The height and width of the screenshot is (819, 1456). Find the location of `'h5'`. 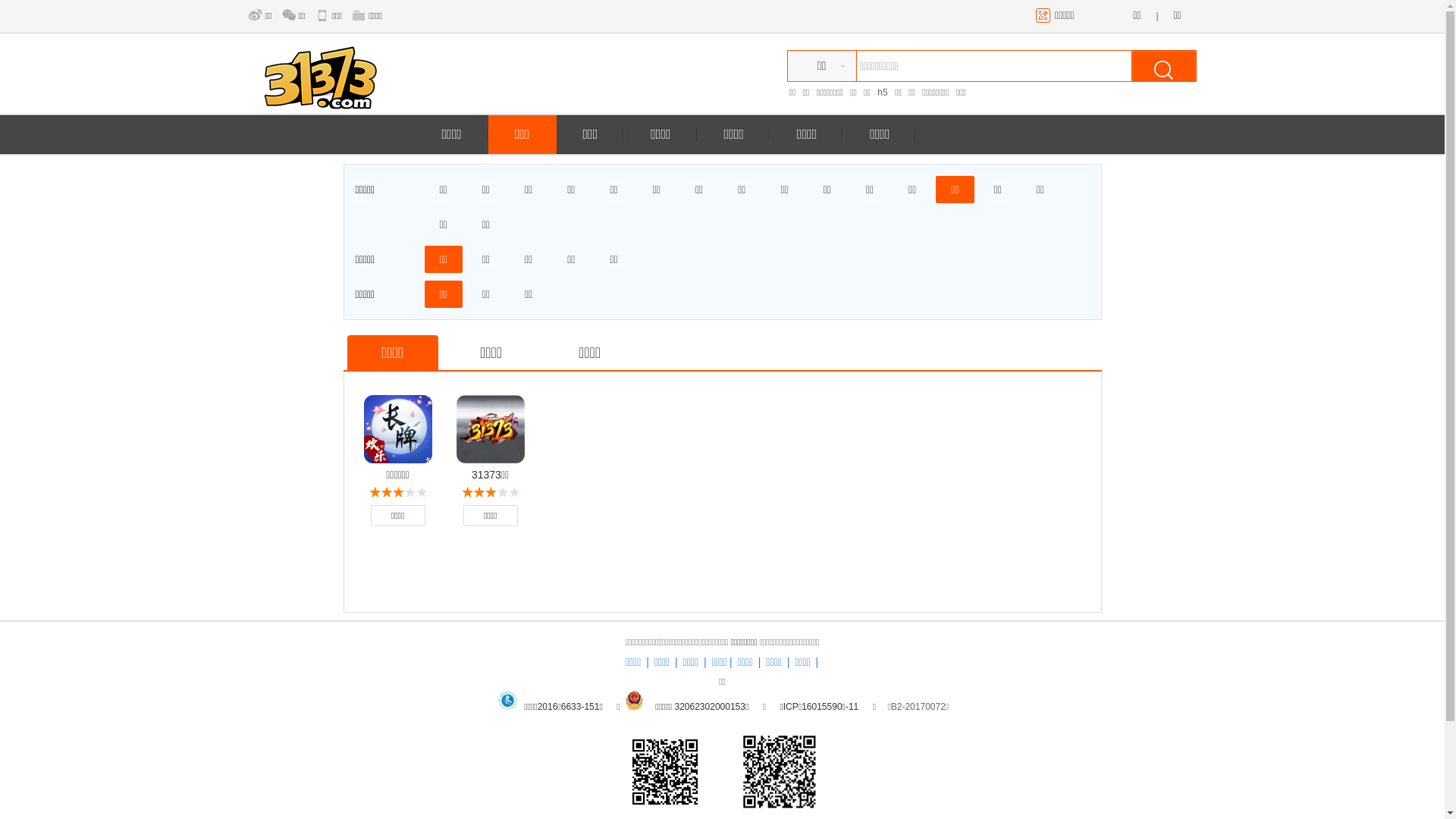

'h5' is located at coordinates (882, 93).